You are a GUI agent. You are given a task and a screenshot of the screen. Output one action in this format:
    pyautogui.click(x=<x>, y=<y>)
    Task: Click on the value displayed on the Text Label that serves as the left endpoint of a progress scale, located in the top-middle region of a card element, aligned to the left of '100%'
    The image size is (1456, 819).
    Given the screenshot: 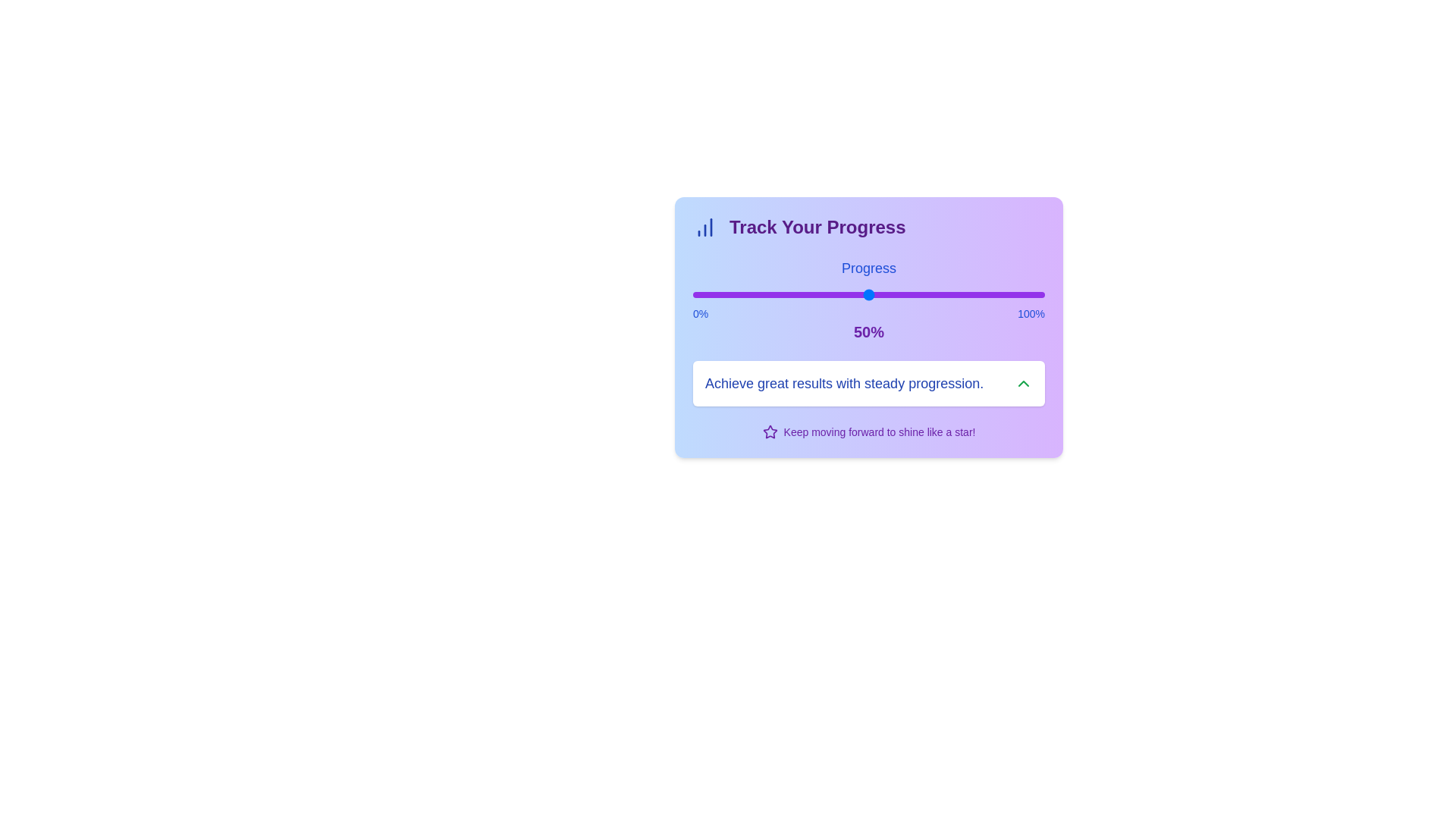 What is the action you would take?
    pyautogui.click(x=700, y=312)
    